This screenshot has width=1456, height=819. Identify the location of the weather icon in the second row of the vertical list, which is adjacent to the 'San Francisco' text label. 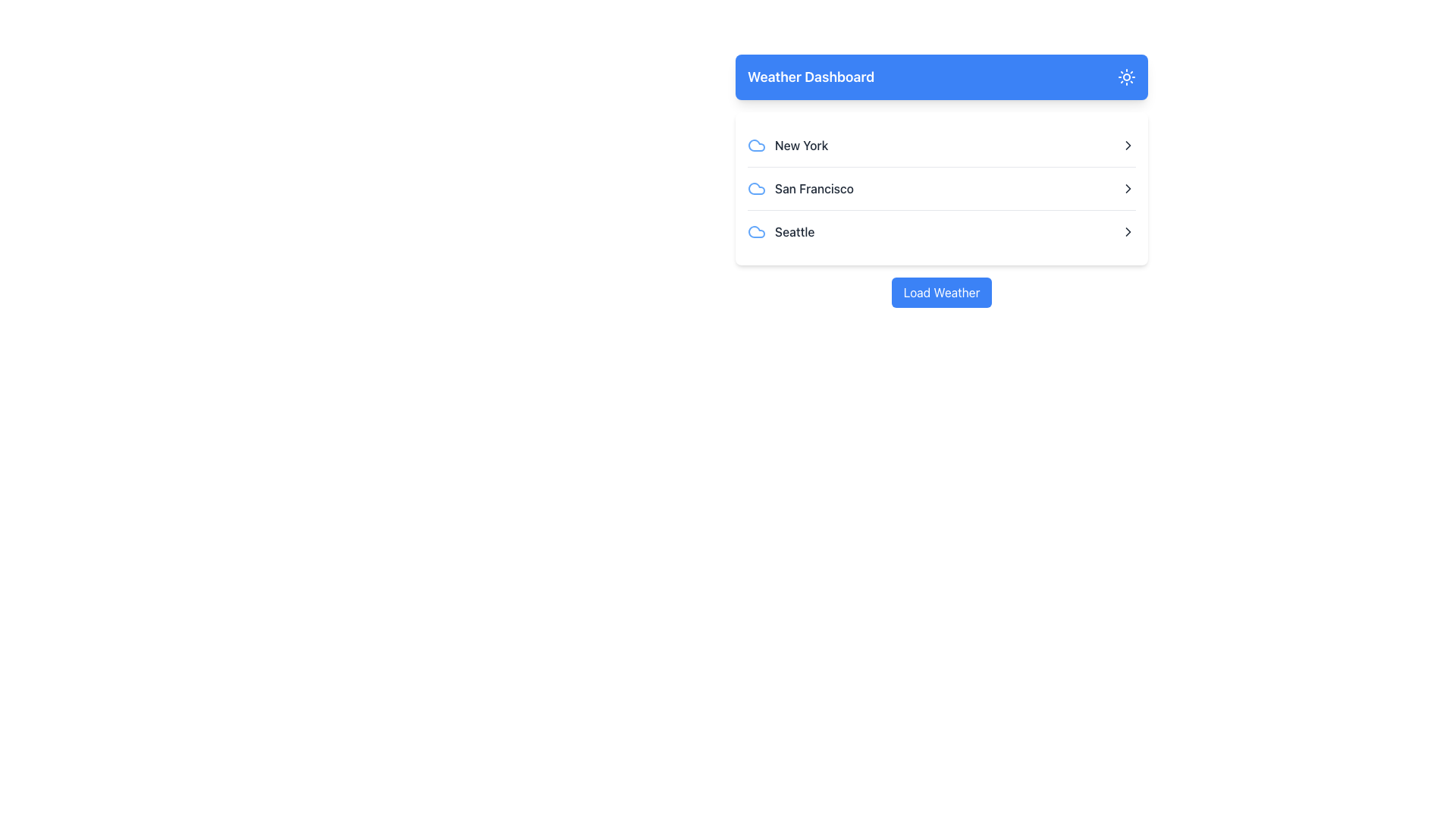
(757, 188).